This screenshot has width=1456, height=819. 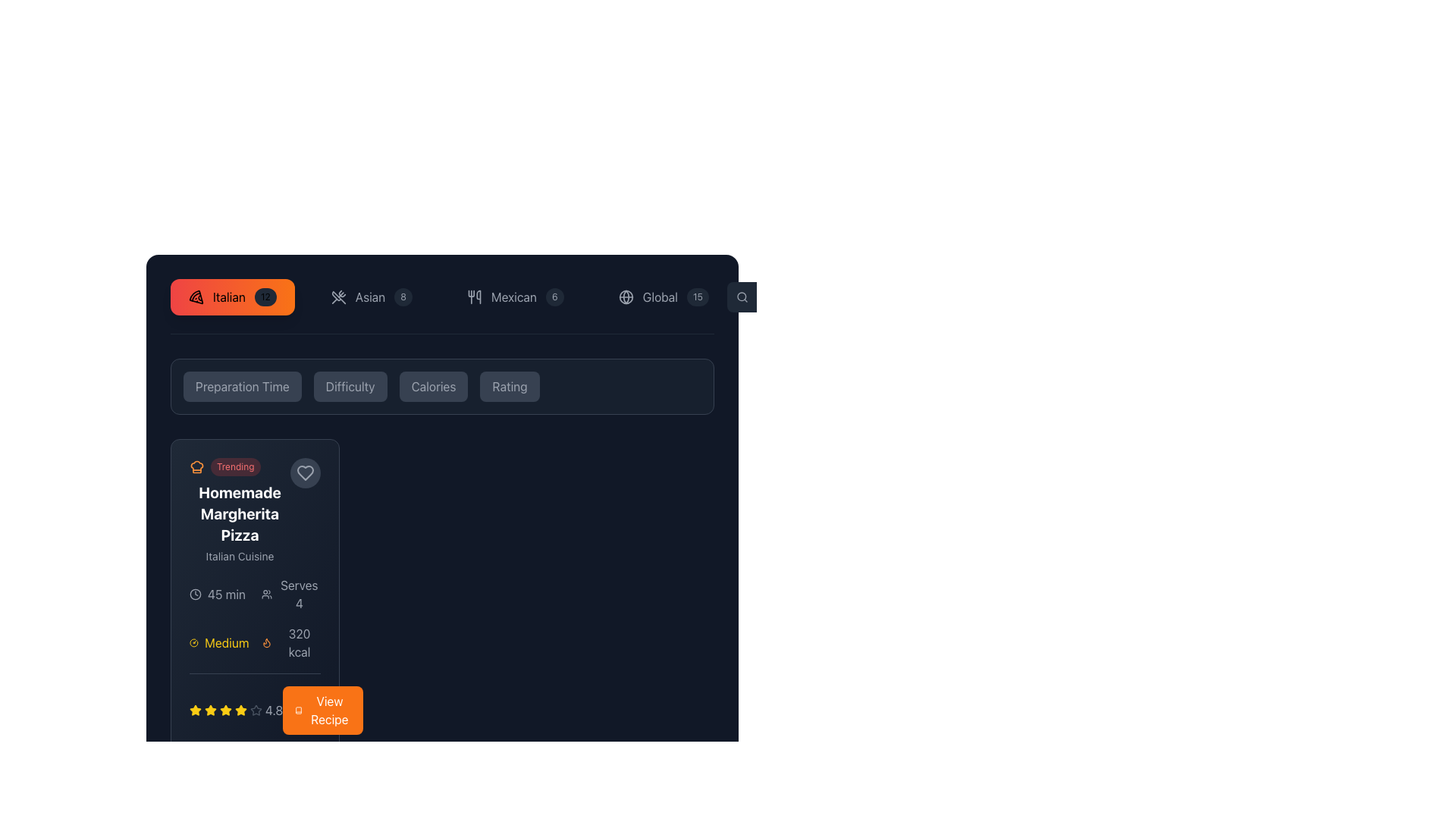 I want to click on the small, rounded badge with a dark gray background and white text reading '12', which is situated to the right of the 'Italian' text within a rounded rectangular button, so click(x=265, y=297).